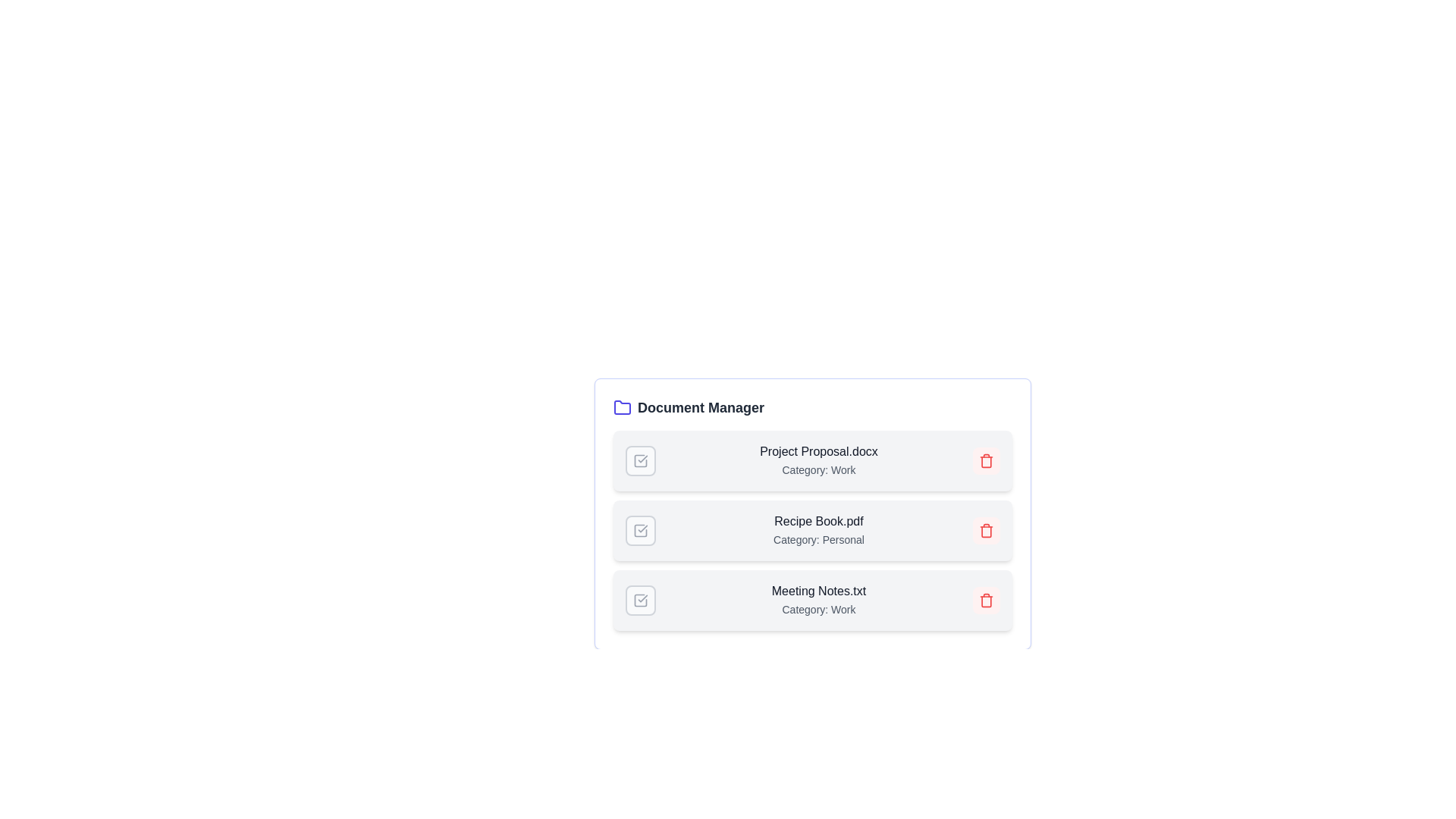 The height and width of the screenshot is (819, 1456). I want to click on the delete button, which is a compact square-shaped button with a light red background and a trash icon, located in the bottom-right corner of the 'Meeting Notes.txt' entry, so click(986, 599).